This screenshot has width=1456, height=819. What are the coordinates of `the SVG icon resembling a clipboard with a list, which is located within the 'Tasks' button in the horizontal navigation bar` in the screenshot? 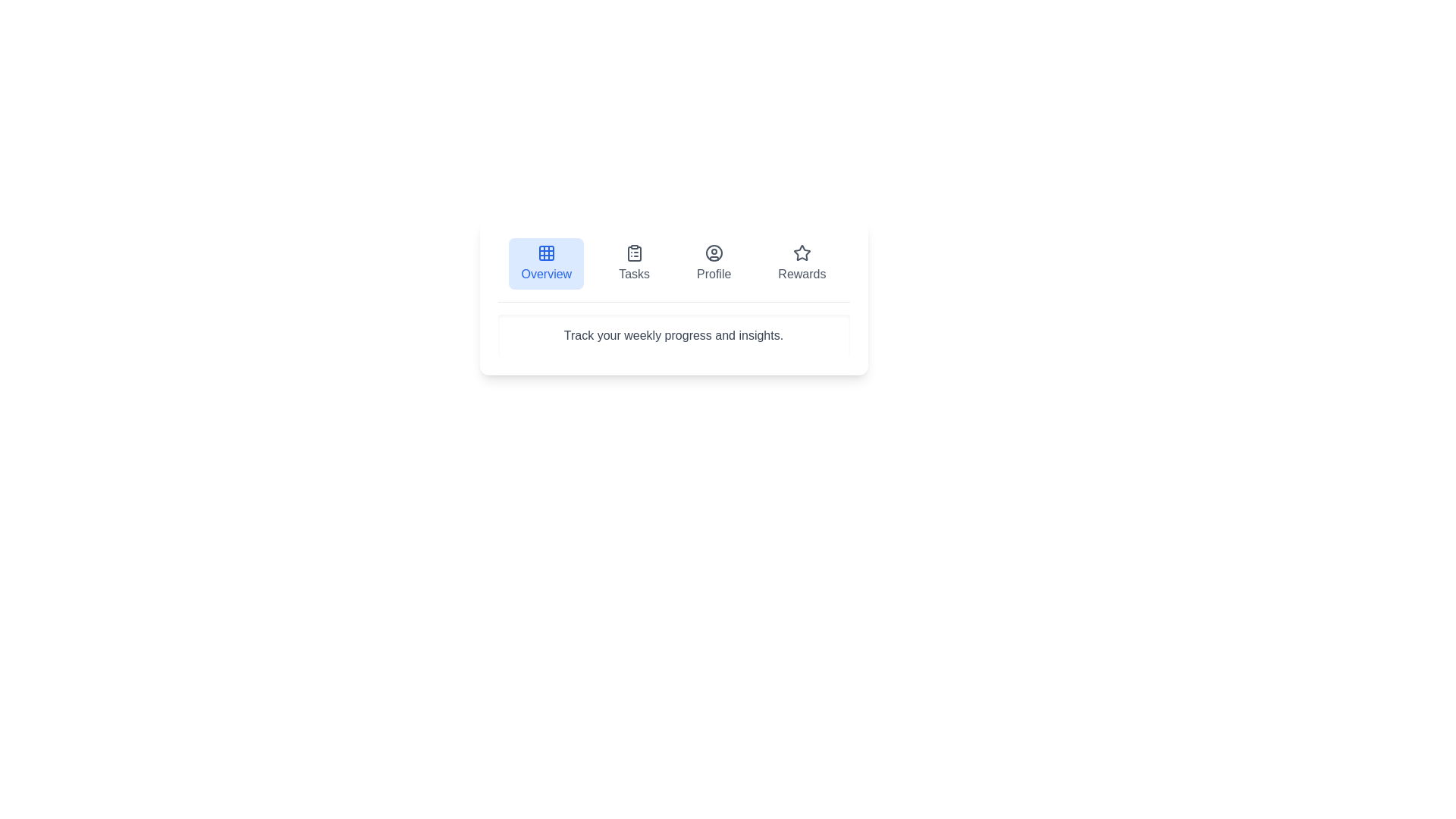 It's located at (634, 253).